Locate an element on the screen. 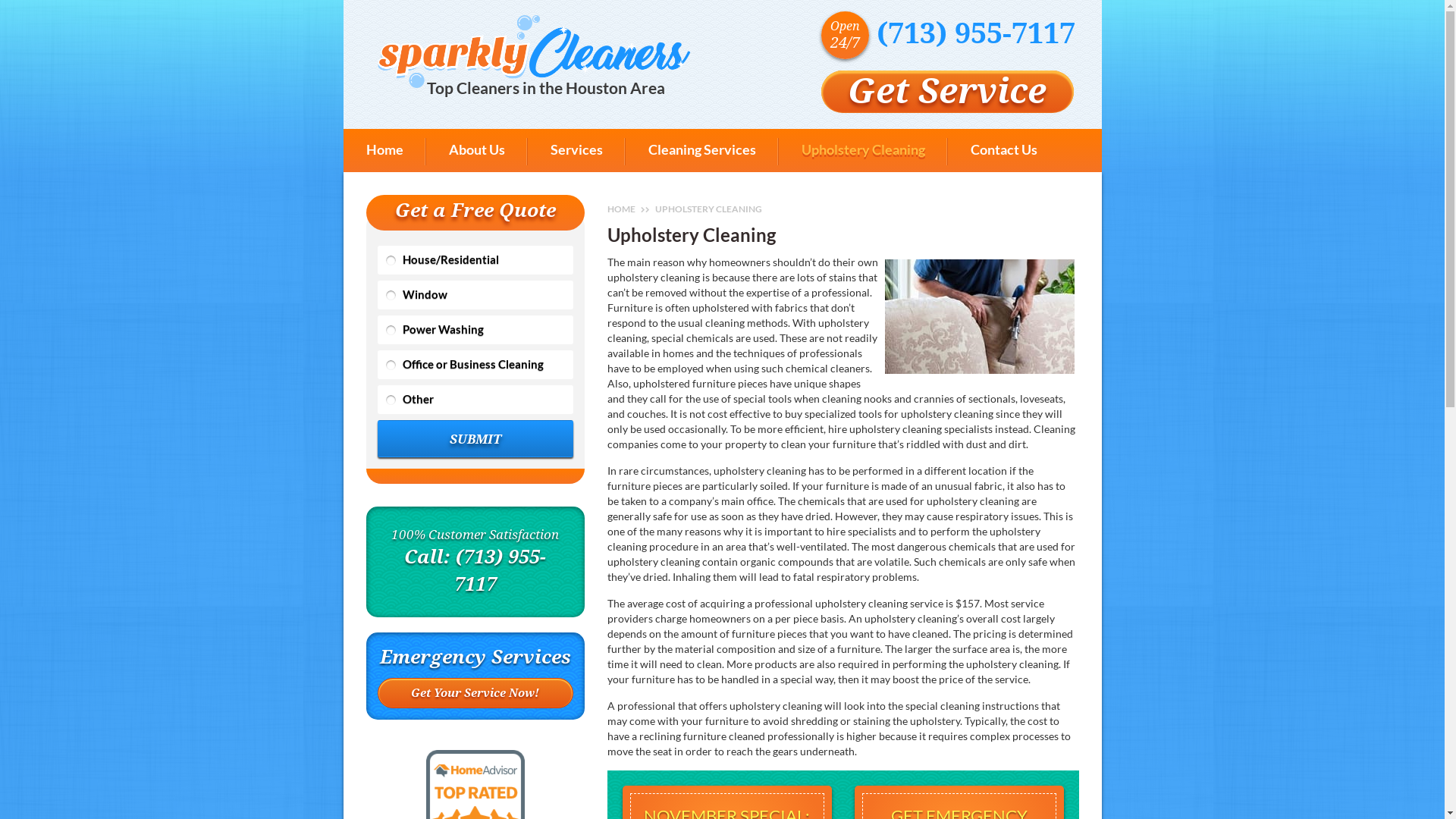  'Top Cleaners in the Houston Area' is located at coordinates (534, 51).